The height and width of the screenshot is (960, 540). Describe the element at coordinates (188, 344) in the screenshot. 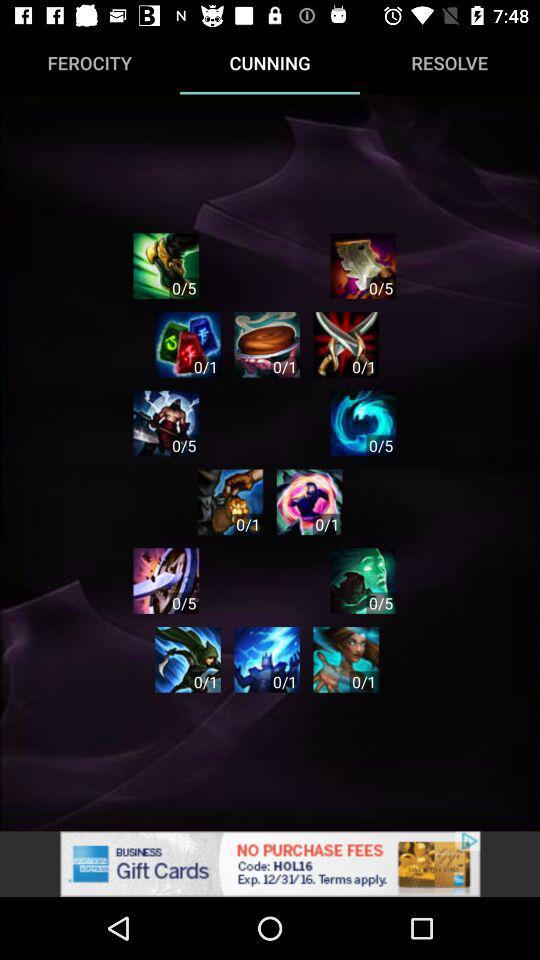

I see `game logo` at that location.